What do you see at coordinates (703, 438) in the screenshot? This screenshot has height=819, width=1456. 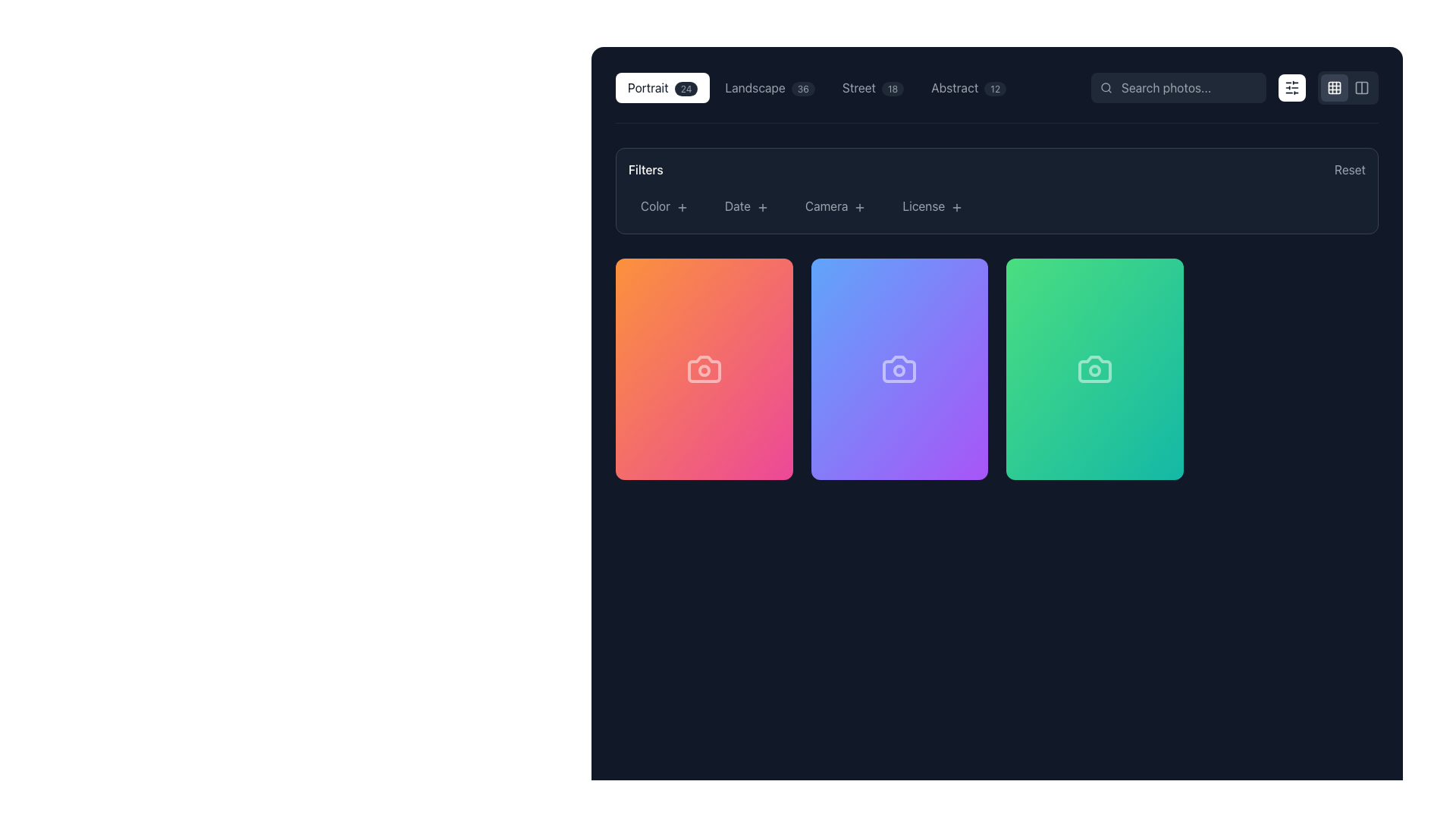 I see `the Card footer component titled 'Mountain Sunrise' located at the bottom of the first card in a three-column grid layout` at bounding box center [703, 438].